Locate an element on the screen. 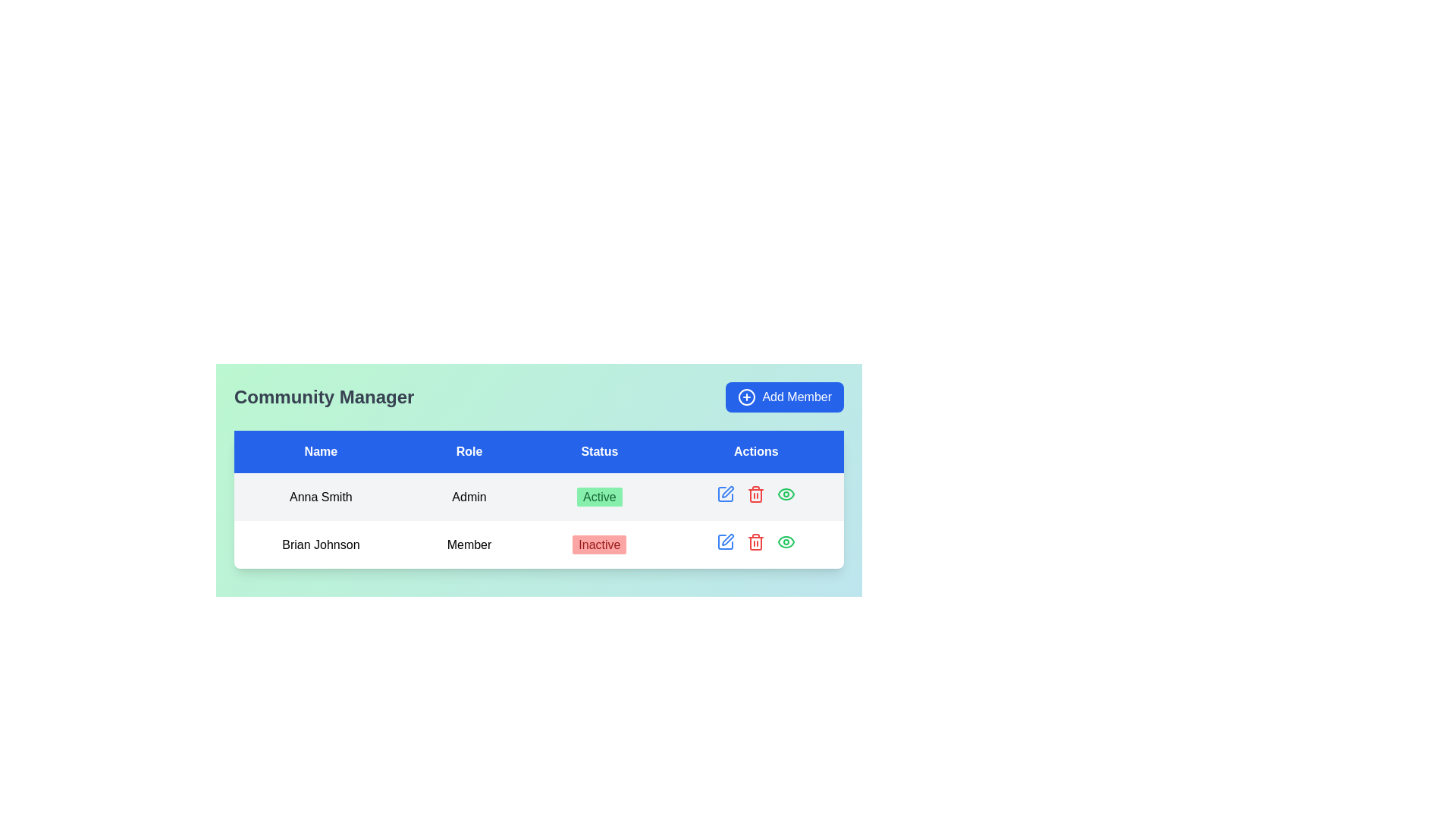 The height and width of the screenshot is (819, 1456). the text label representing the name of an individual in the second row of the table under the 'Community Manager' section is located at coordinates (320, 544).